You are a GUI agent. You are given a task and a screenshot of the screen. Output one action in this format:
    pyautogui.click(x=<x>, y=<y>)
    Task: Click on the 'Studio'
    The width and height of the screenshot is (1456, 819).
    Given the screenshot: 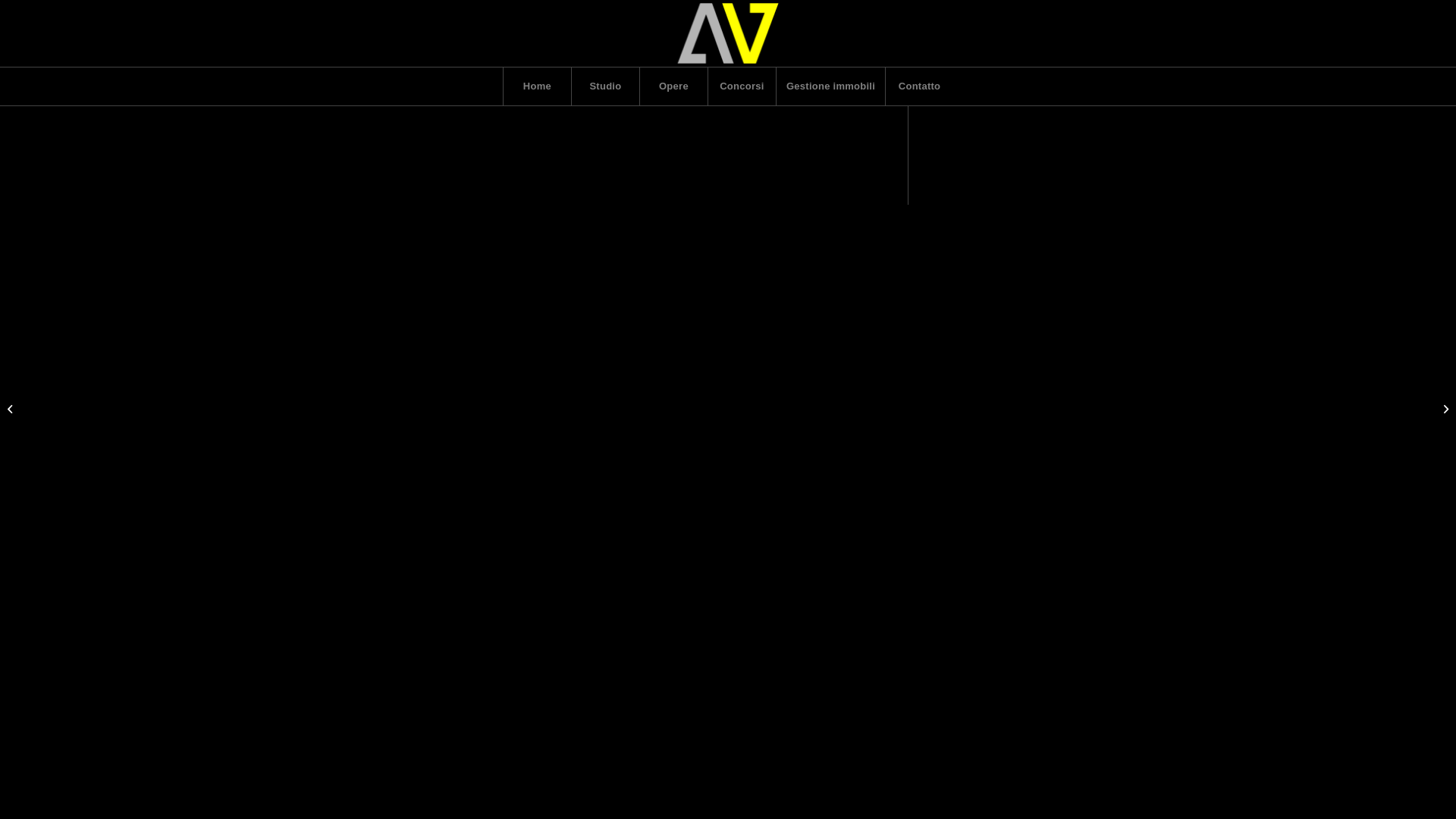 What is the action you would take?
    pyautogui.click(x=604, y=86)
    